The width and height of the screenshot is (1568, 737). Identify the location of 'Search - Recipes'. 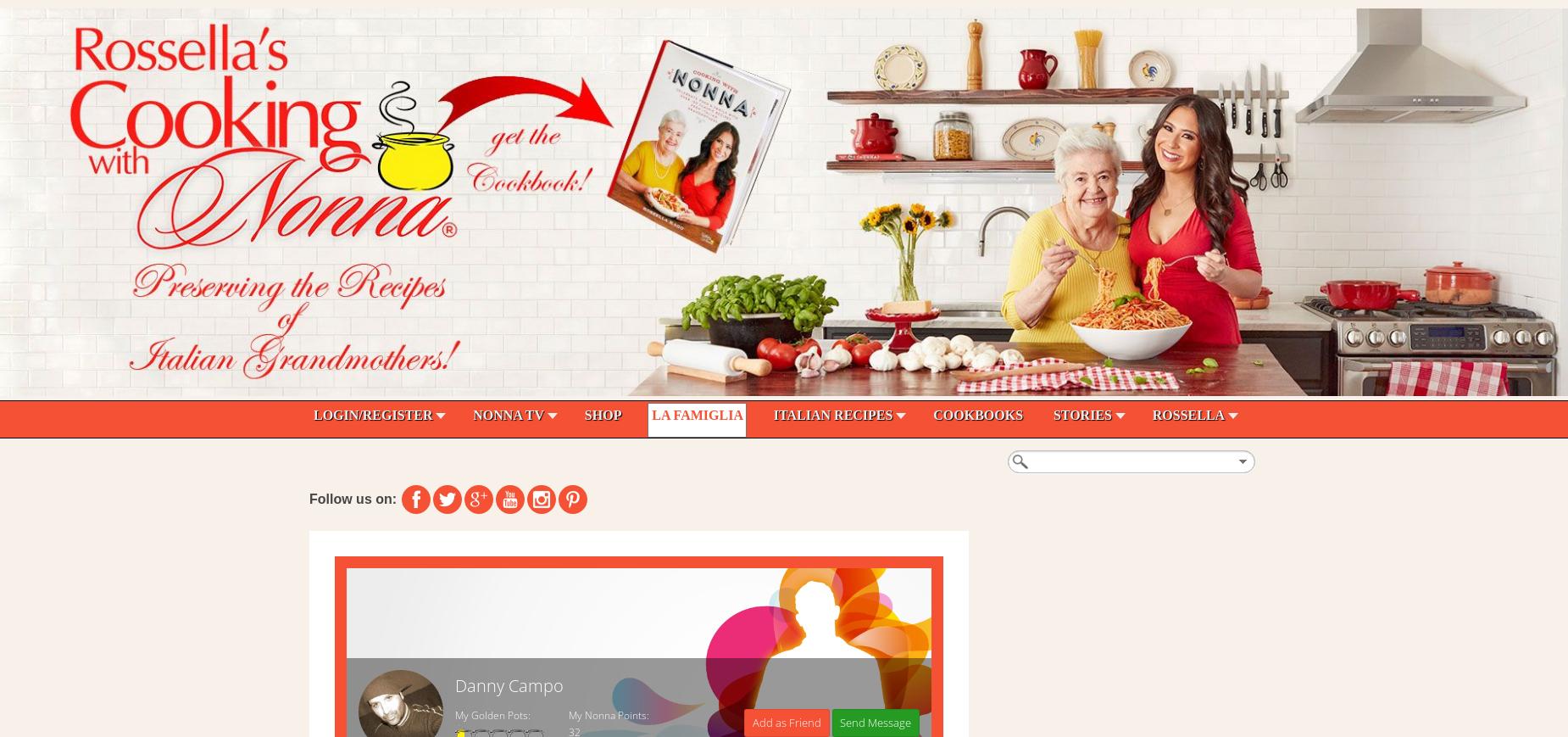
(367, 407).